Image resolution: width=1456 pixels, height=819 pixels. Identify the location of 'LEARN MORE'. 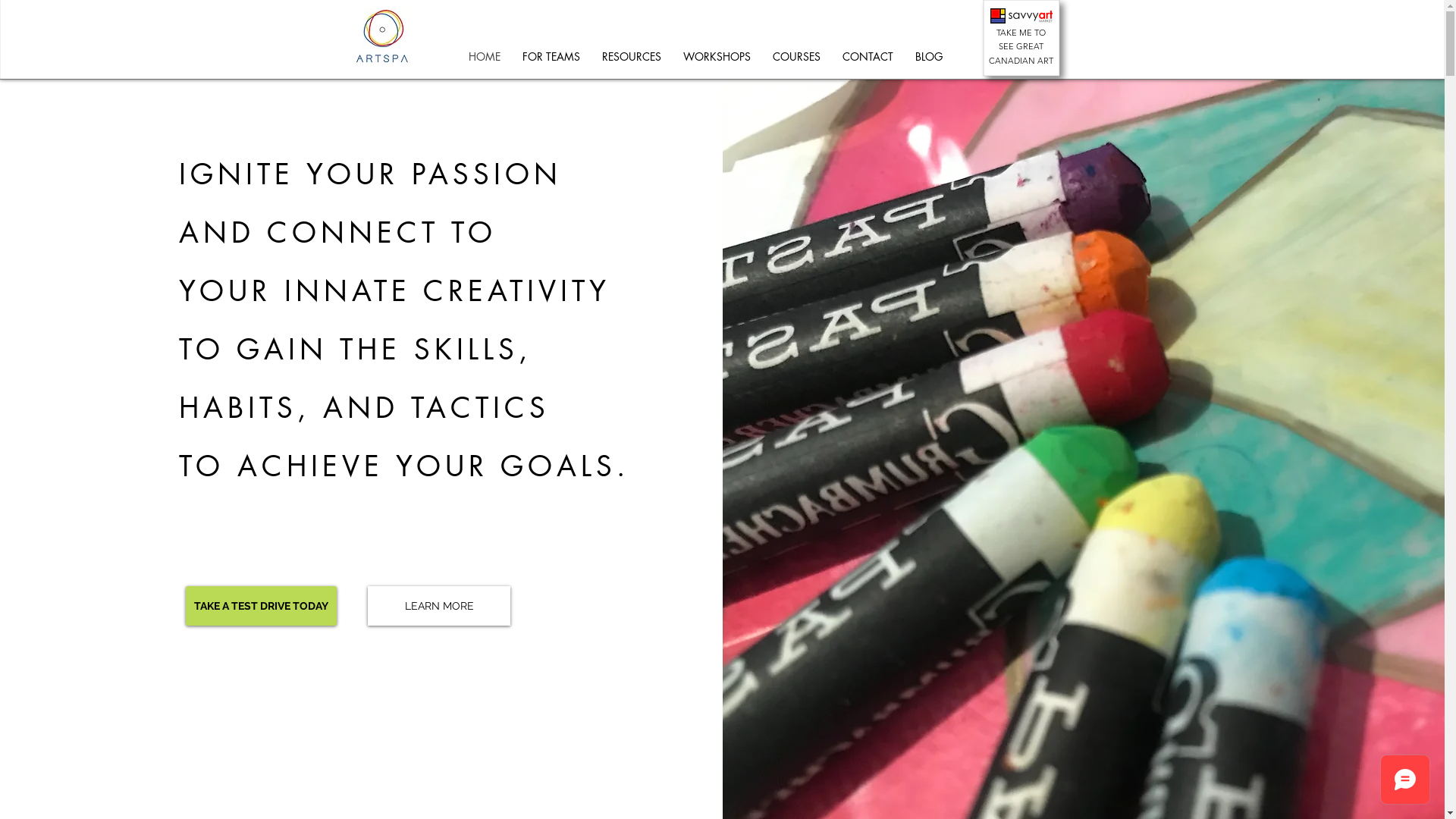
(438, 604).